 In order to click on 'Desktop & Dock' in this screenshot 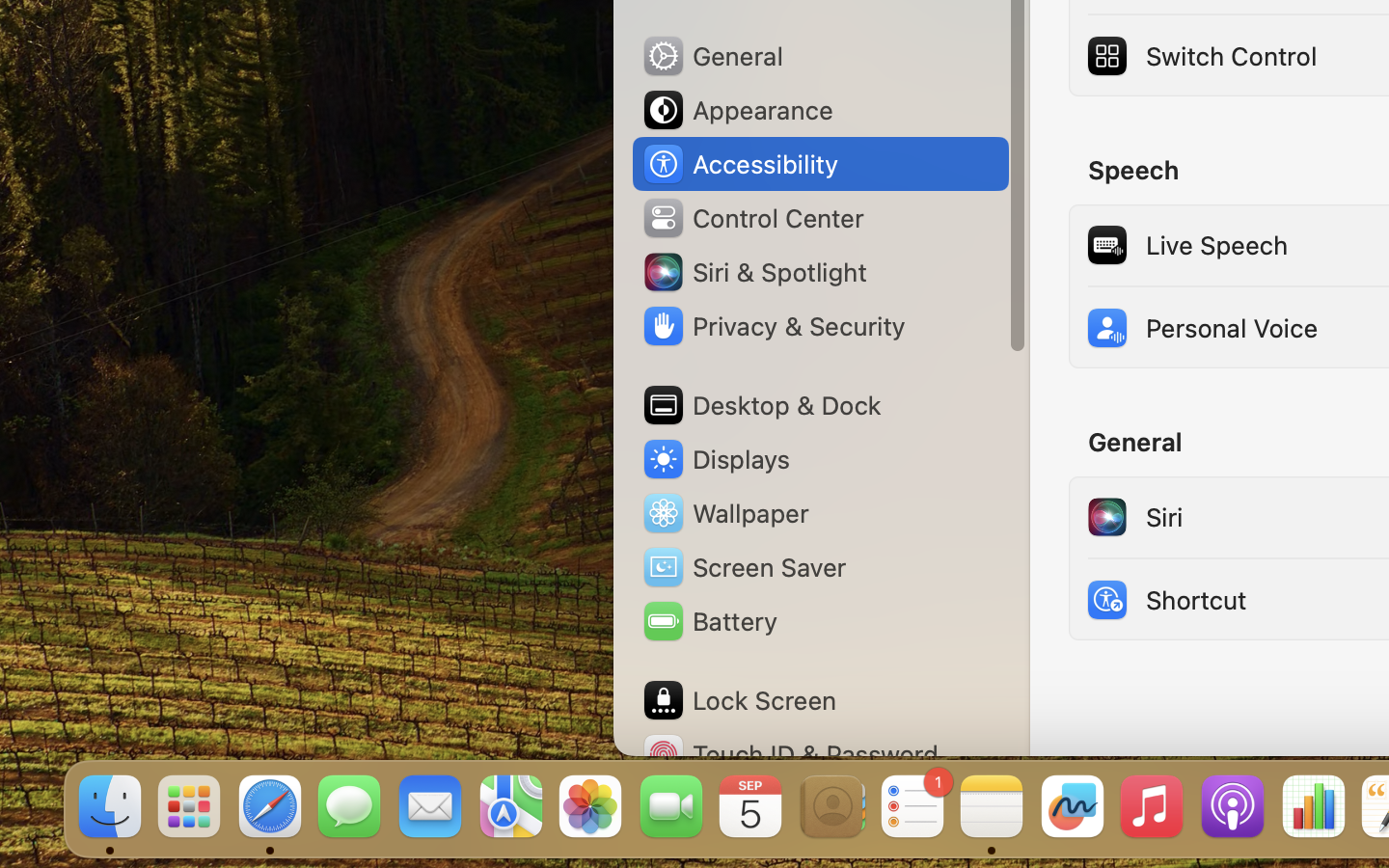, I will do `click(760, 405)`.